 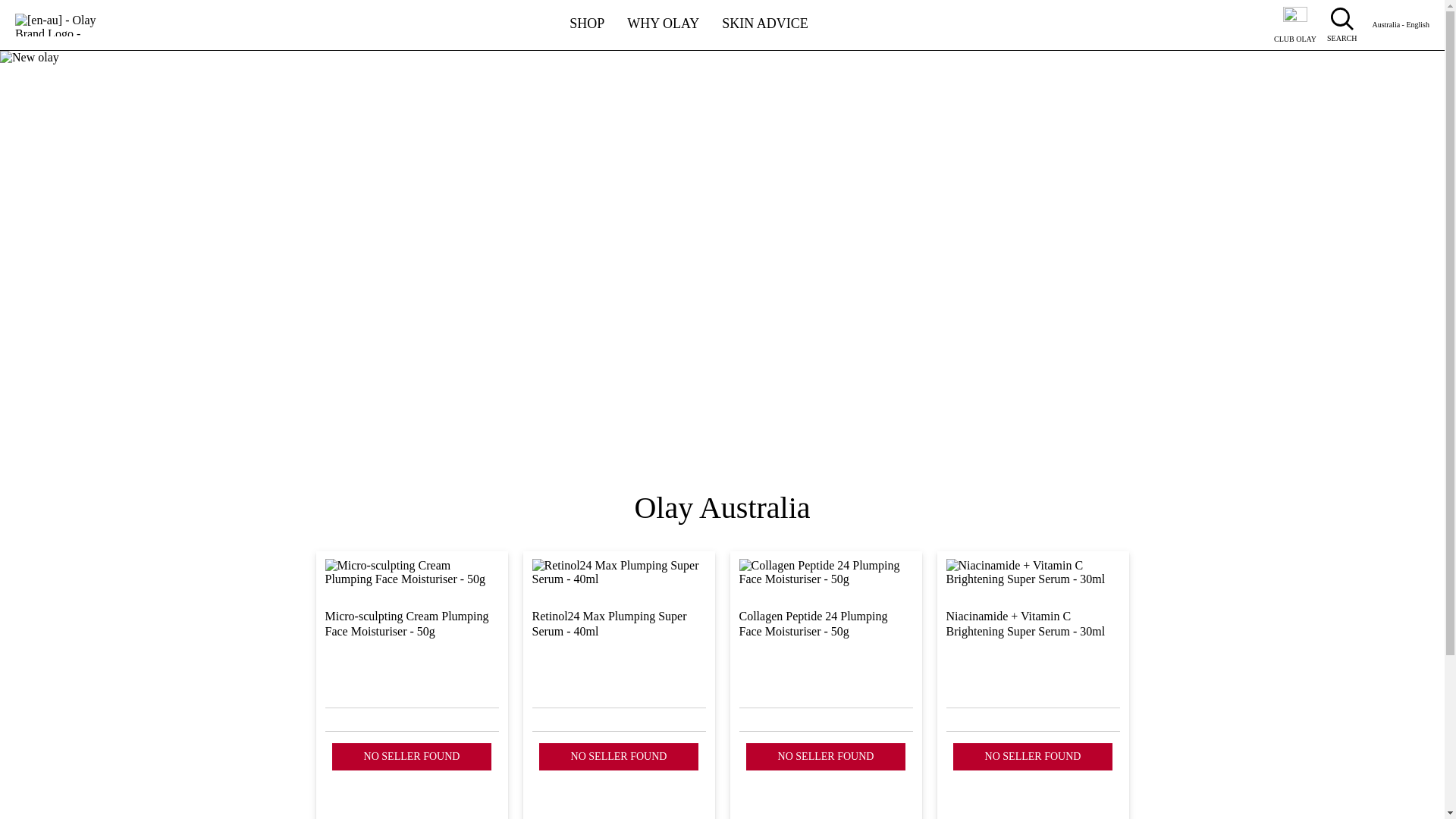 I want to click on 'CLUB OLAY', so click(x=1294, y=25).